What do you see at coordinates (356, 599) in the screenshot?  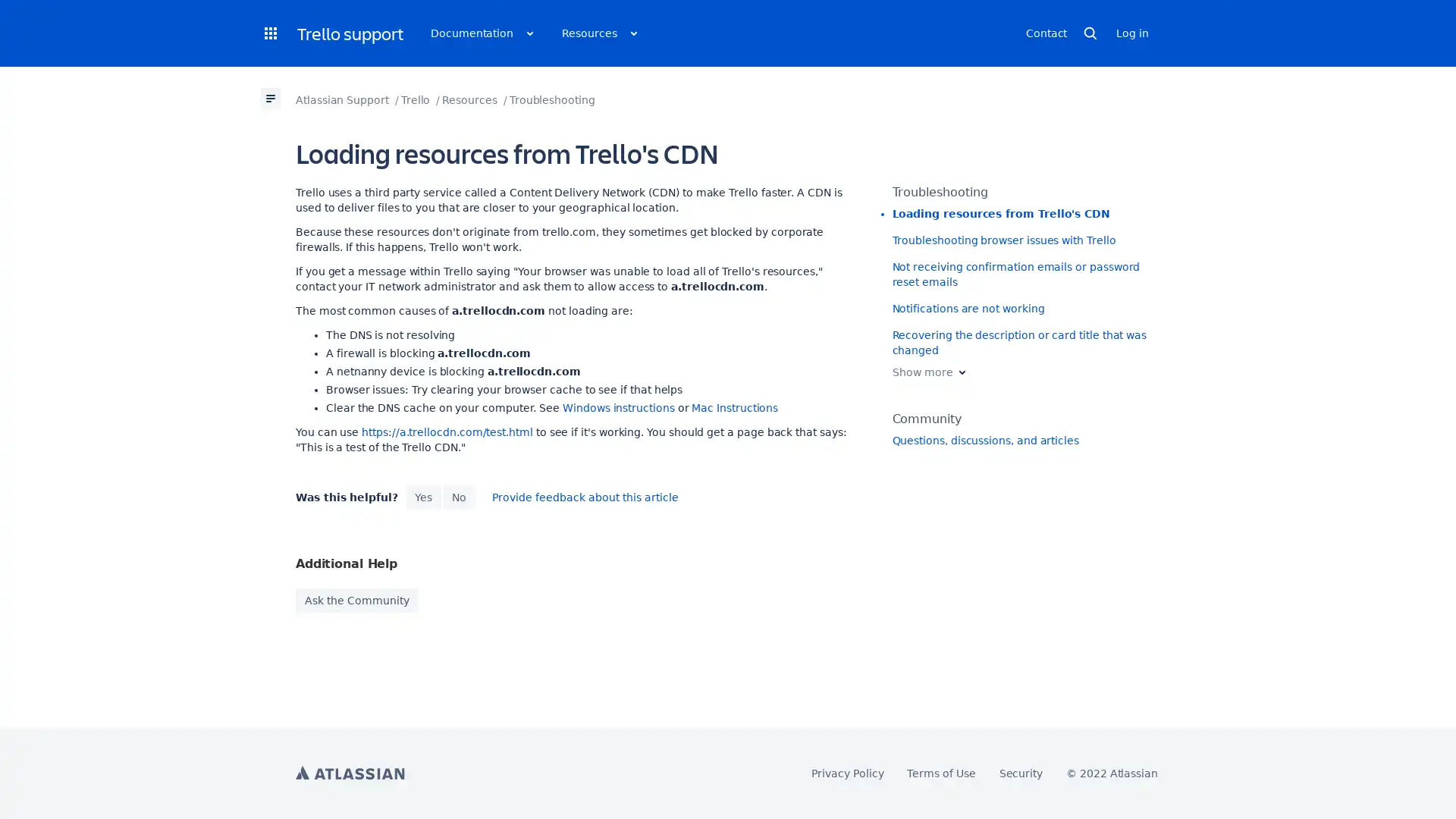 I see `Ask the Community` at bounding box center [356, 599].